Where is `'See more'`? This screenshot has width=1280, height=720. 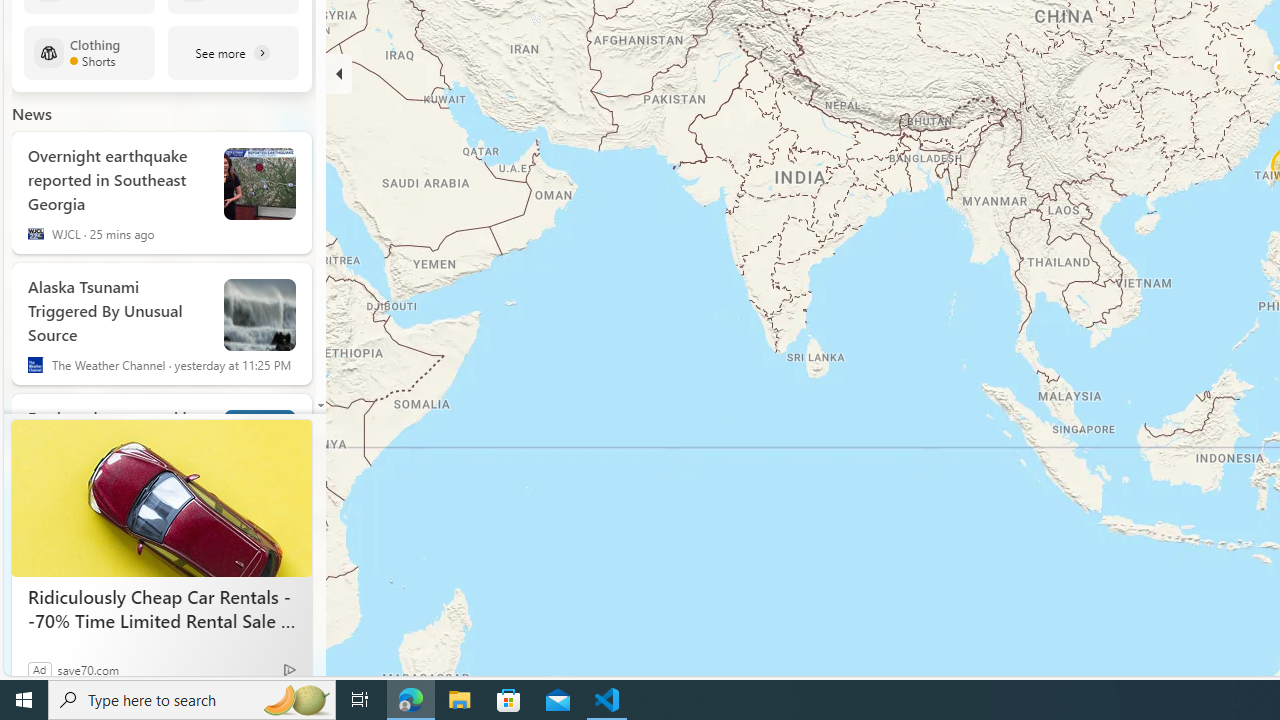
'See more' is located at coordinates (233, 51).